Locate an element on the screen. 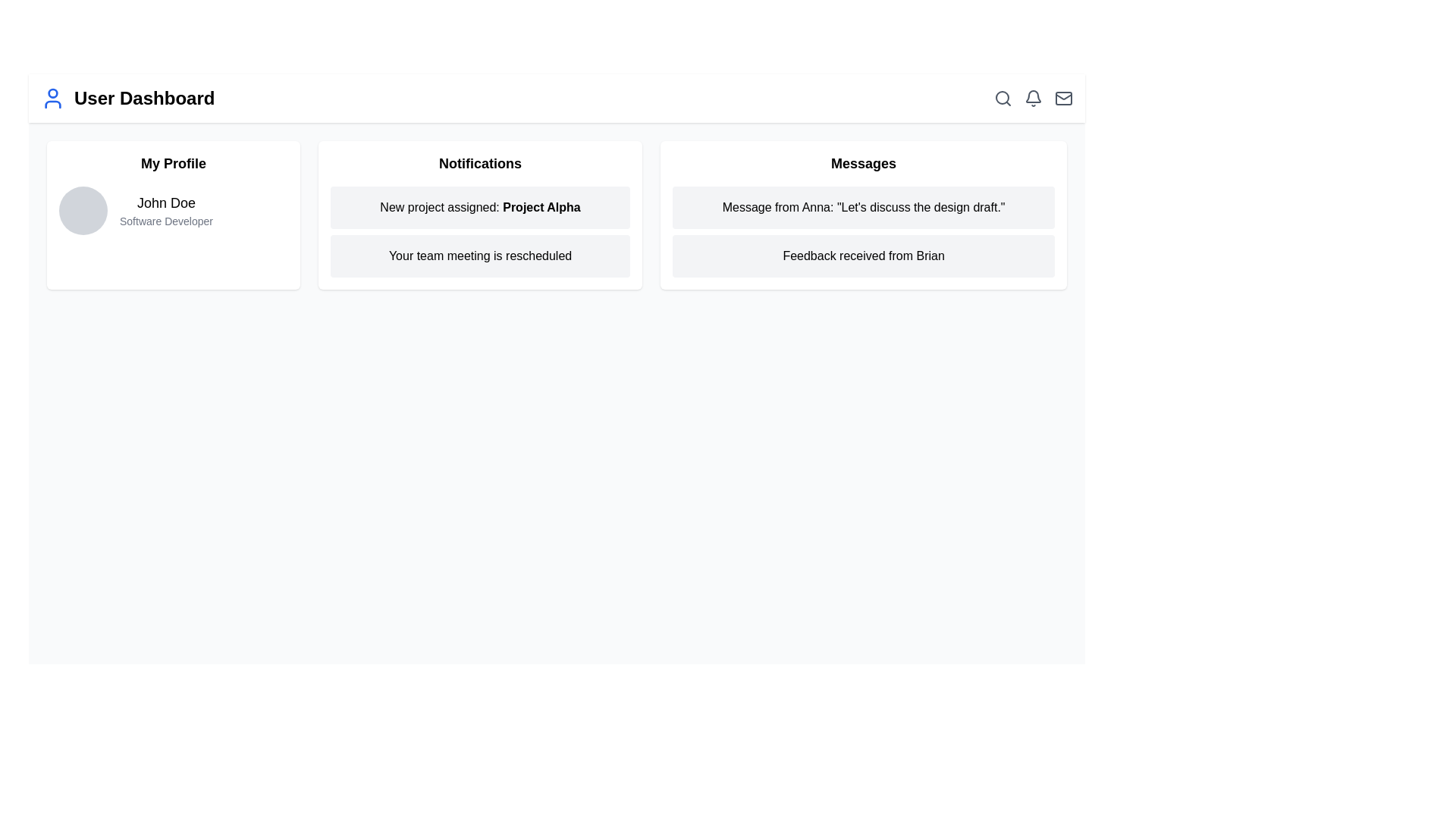 The width and height of the screenshot is (1456, 819). the 'Software Developer' label located below 'John Doe' in the 'My Profile' card is located at coordinates (166, 221).